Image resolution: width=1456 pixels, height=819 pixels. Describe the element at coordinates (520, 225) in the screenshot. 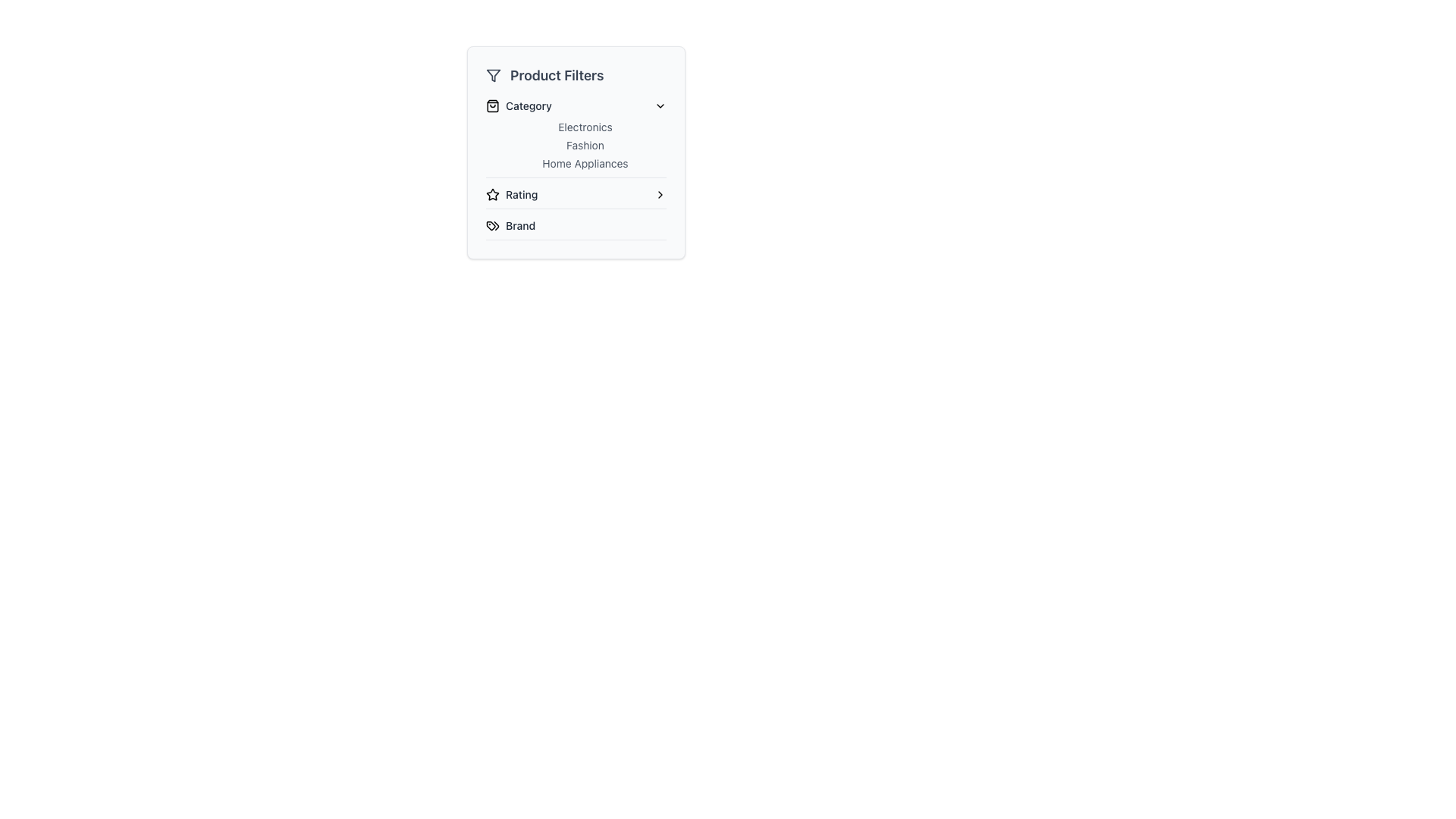

I see `the text label displaying 'Brand' located under the 'Rating' section` at that location.